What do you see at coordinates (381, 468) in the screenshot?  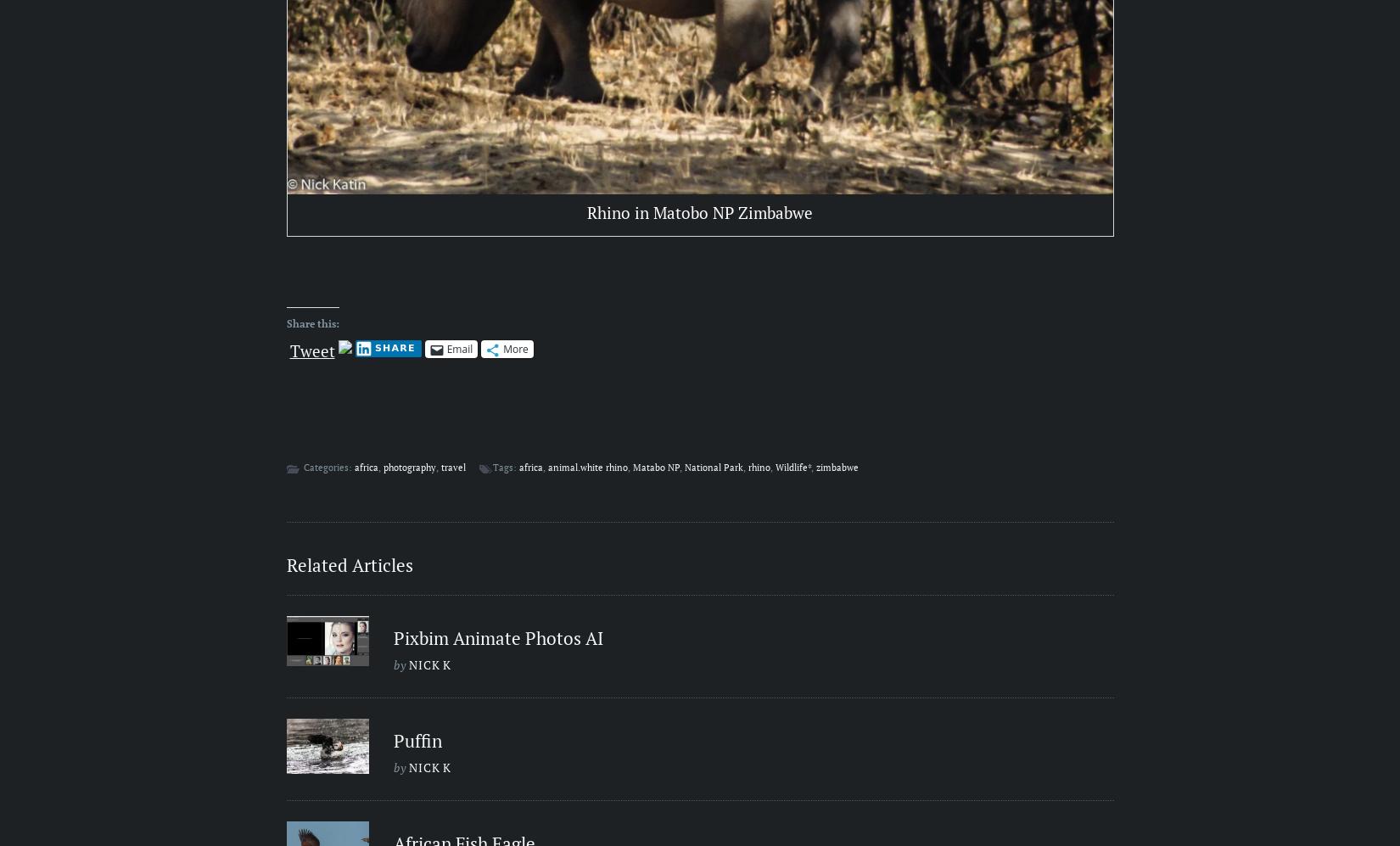 I see `'photography'` at bounding box center [381, 468].